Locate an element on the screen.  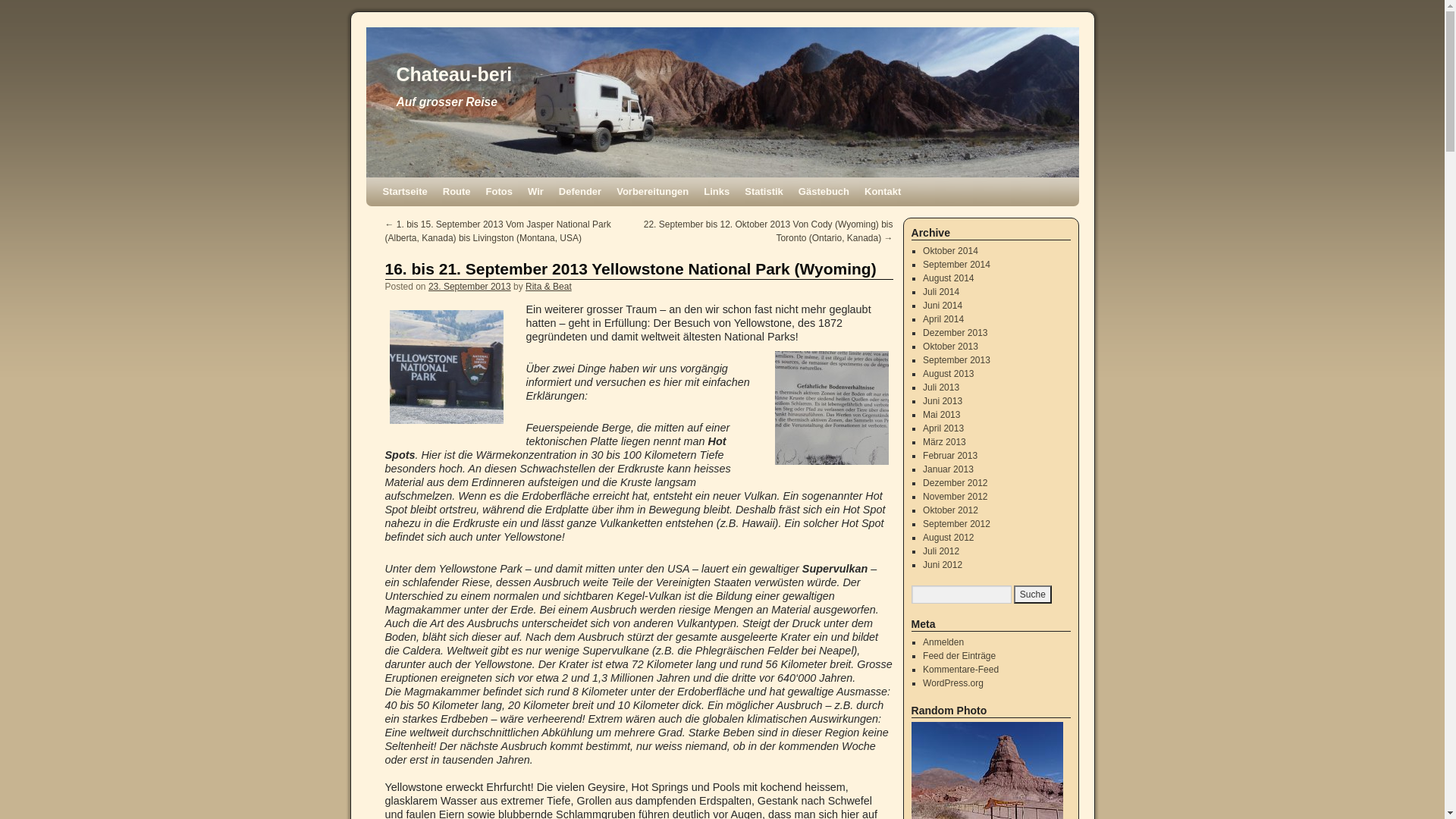
'Startseite' is located at coordinates (404, 191).